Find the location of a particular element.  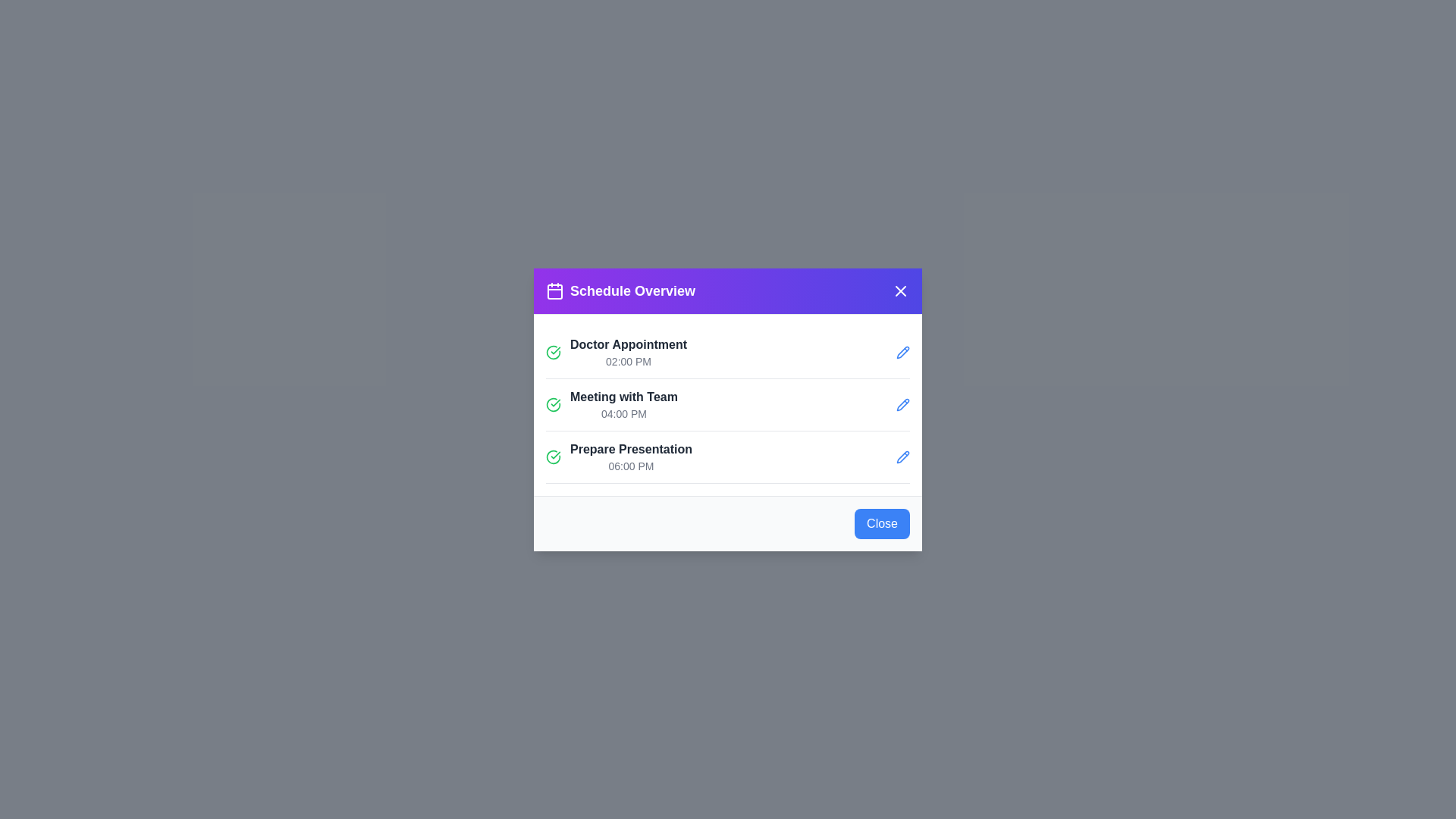

the schedule entry titled 'Meeting with Team' is located at coordinates (728, 409).